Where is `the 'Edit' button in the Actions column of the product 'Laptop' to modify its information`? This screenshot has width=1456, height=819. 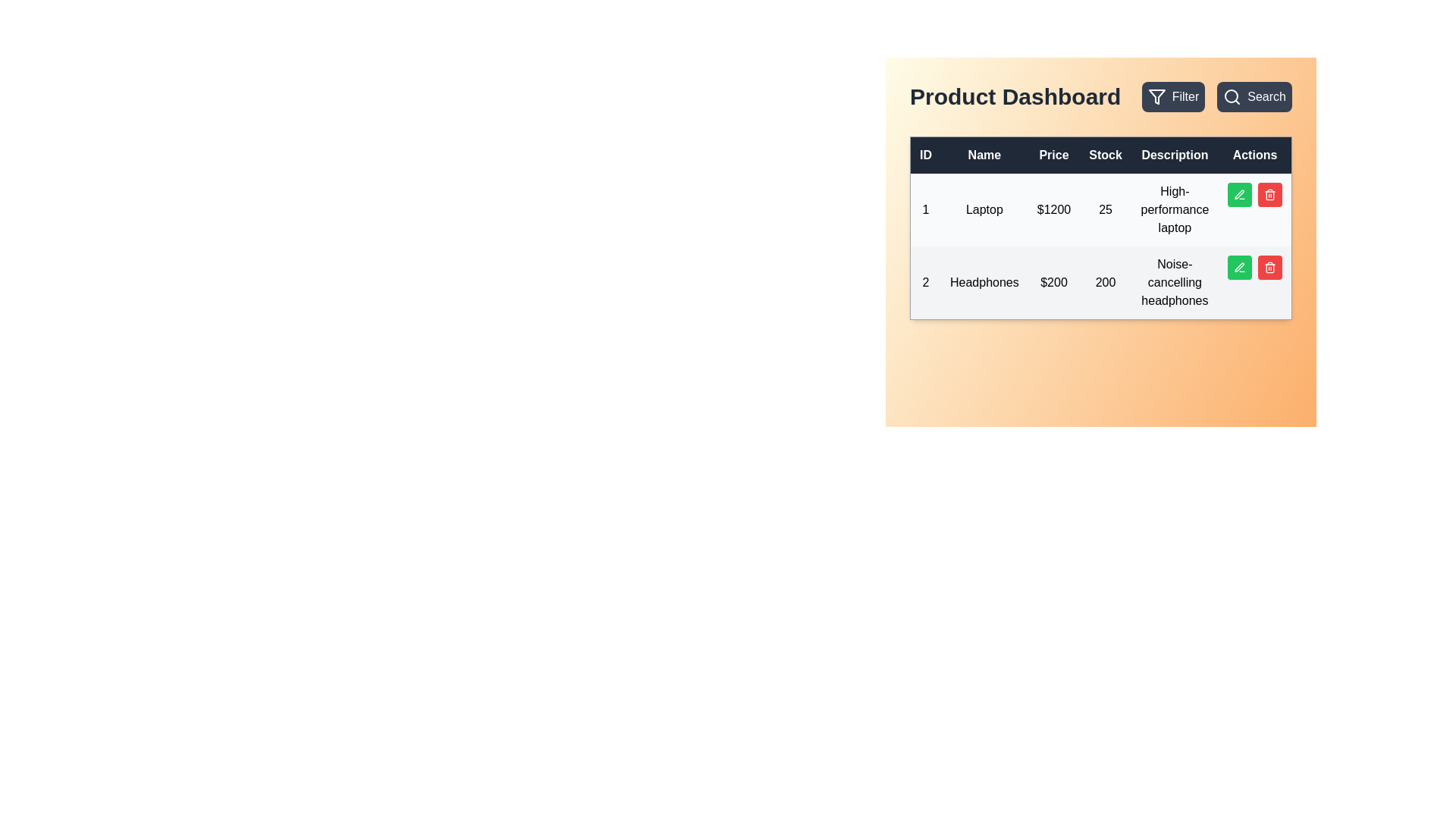 the 'Edit' button in the Actions column of the product 'Laptop' to modify its information is located at coordinates (1255, 194).